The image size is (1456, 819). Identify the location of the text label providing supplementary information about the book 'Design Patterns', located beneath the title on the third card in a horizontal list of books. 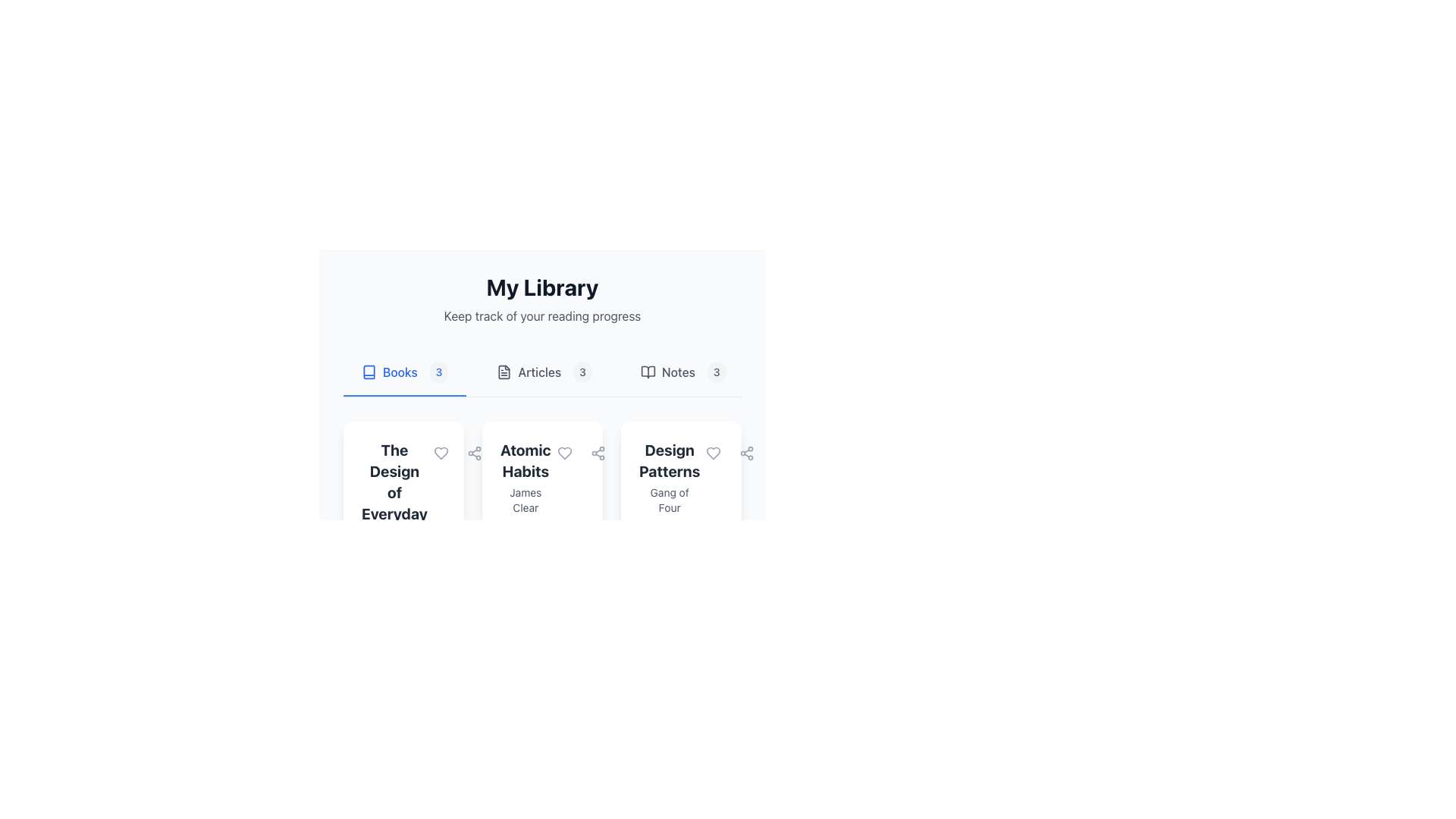
(669, 500).